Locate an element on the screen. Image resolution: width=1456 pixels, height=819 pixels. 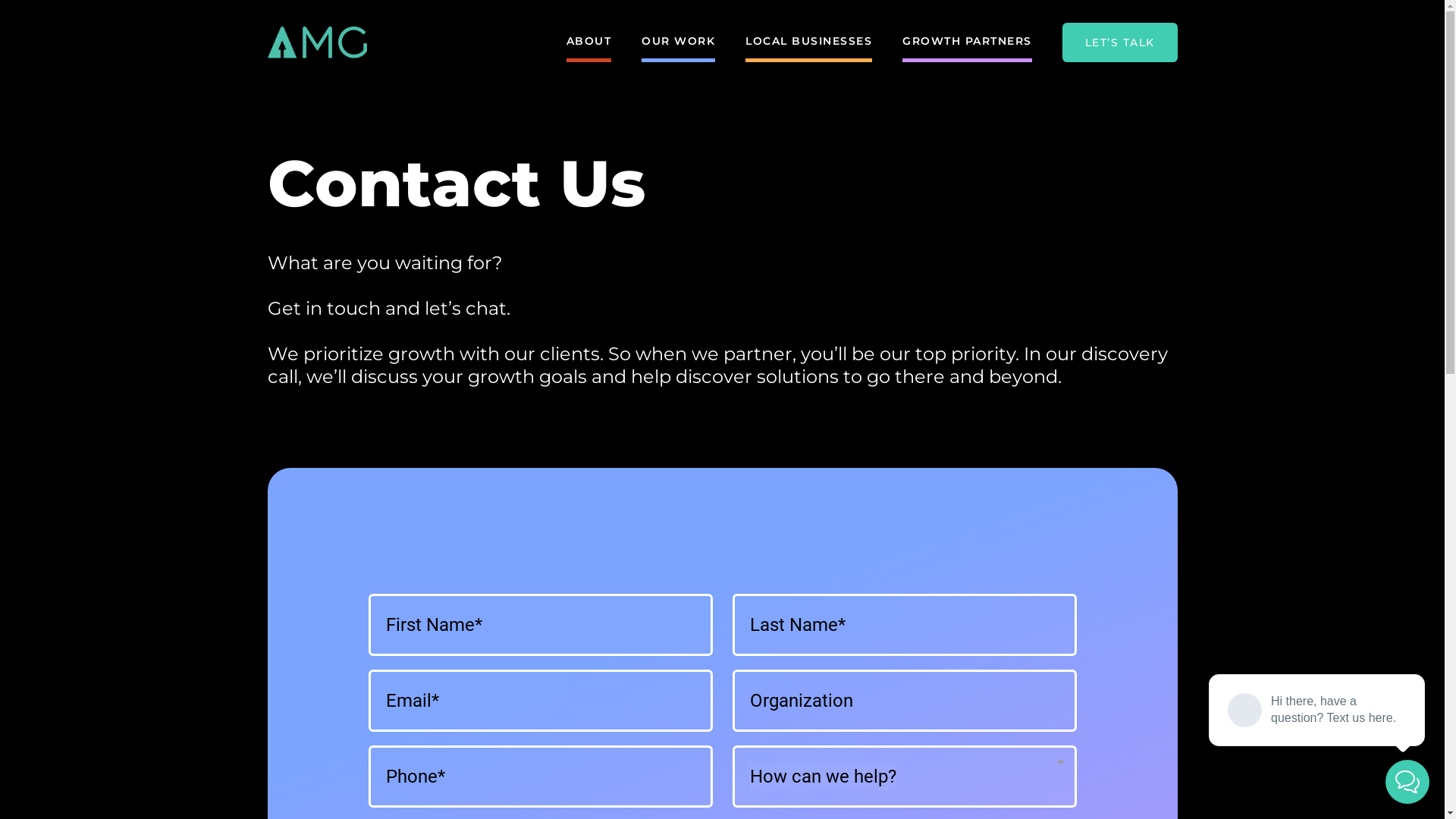
'LOCAL BUSINESSES' is located at coordinates (808, 42).